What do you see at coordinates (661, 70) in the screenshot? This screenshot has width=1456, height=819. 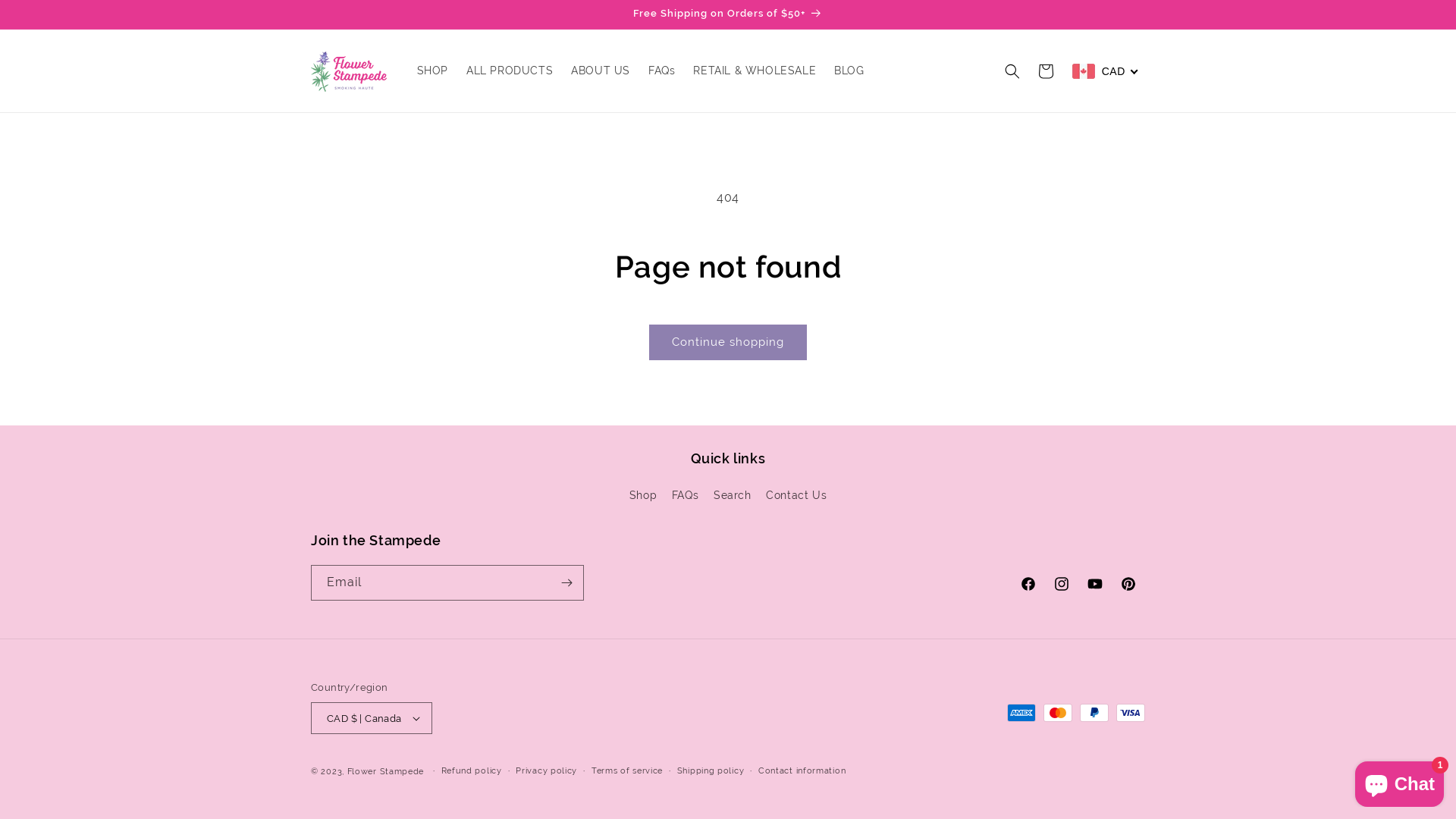 I see `'FAQs'` at bounding box center [661, 70].